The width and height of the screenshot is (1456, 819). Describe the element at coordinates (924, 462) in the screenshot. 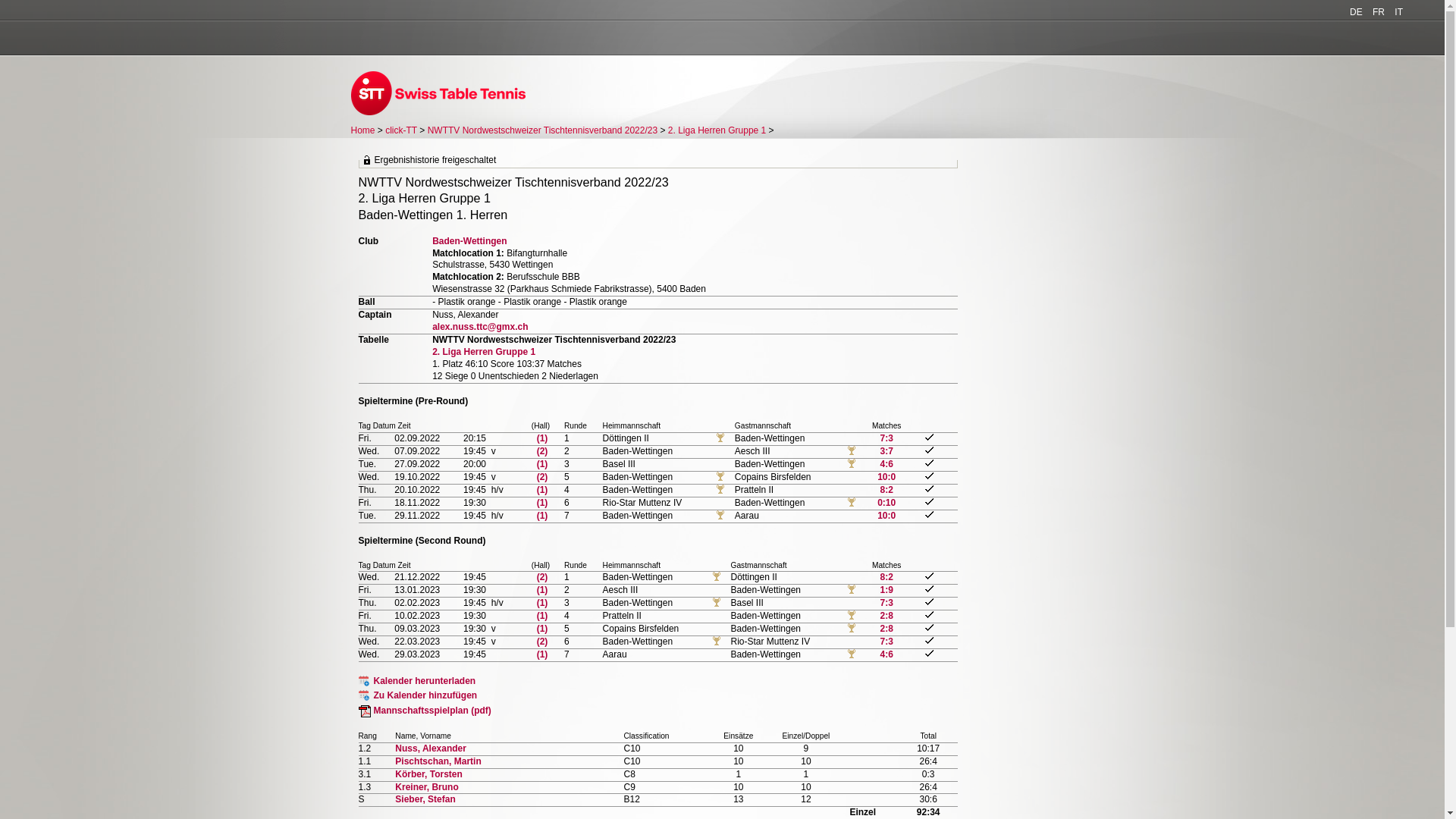

I see `'Spielbericht genehmigt'` at that location.